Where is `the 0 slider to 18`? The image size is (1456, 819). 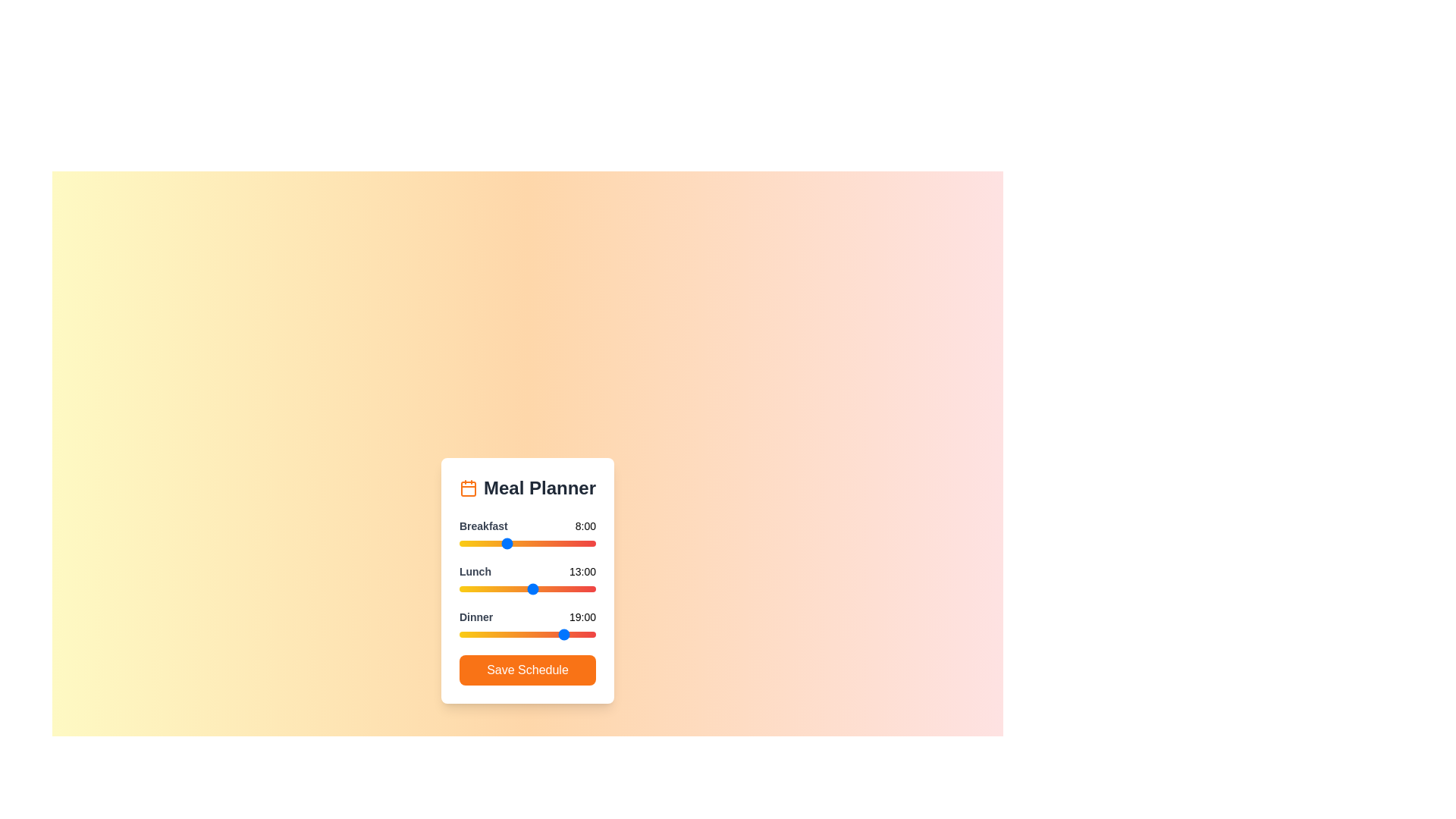 the 0 slider to 18 is located at coordinates (560, 543).